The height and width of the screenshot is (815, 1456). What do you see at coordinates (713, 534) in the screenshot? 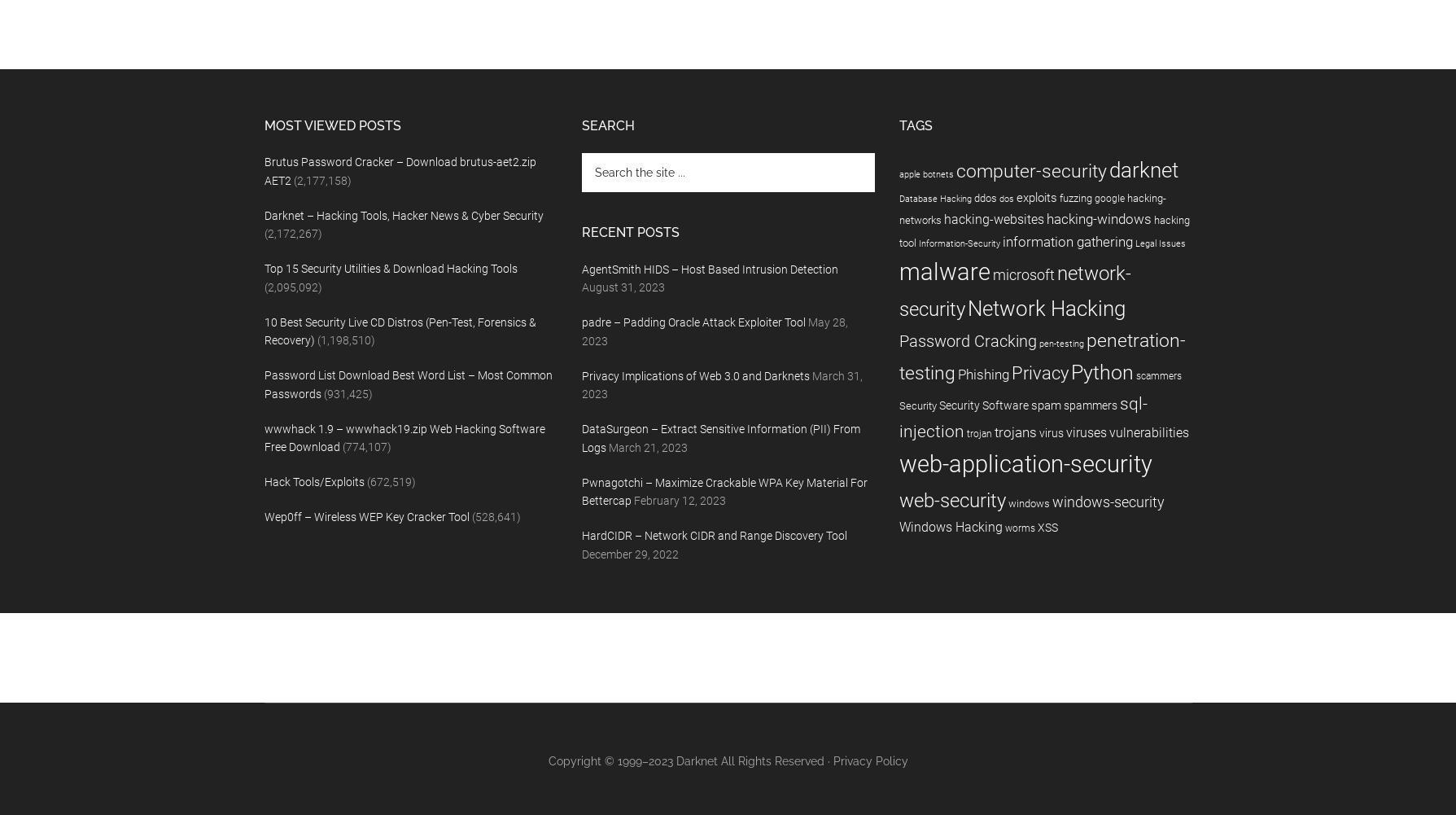
I see `'HardCIDR – Network CIDR and Range Discovery Tool'` at bounding box center [713, 534].